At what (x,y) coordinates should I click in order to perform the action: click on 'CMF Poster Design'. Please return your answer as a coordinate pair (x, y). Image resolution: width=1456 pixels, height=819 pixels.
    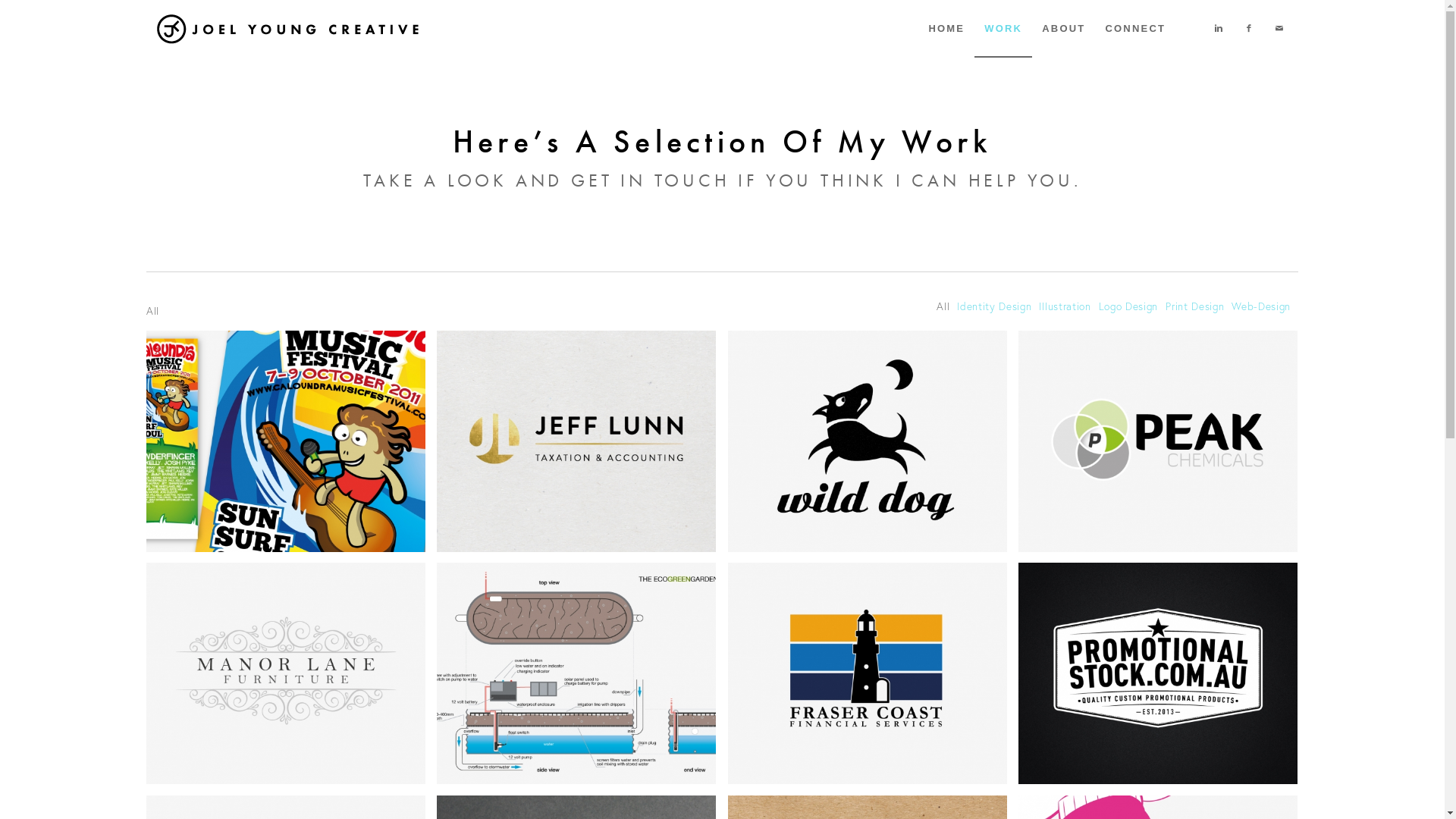
    Looking at the image, I should click on (286, 441).